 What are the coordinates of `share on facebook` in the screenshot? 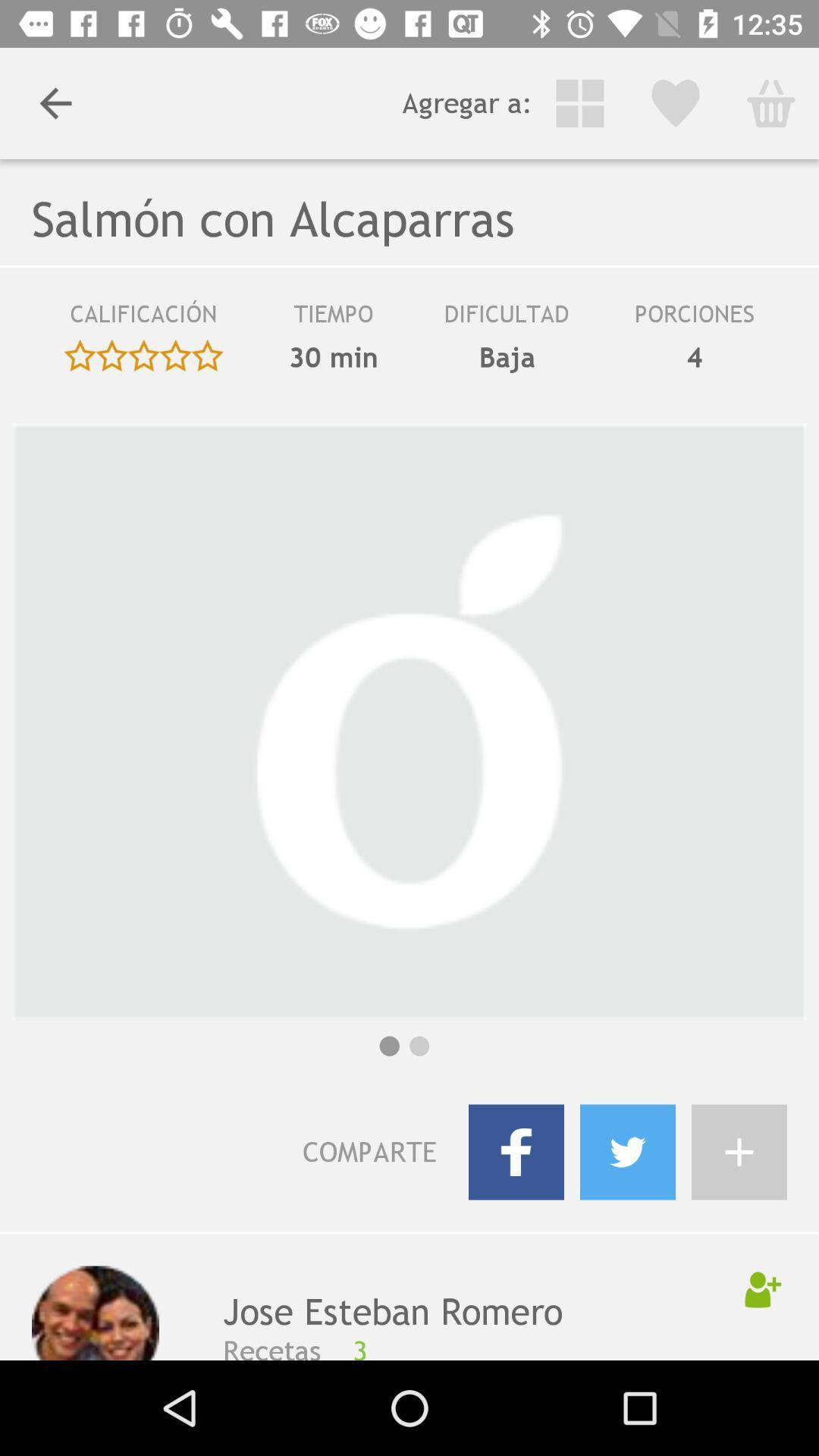 It's located at (516, 1152).